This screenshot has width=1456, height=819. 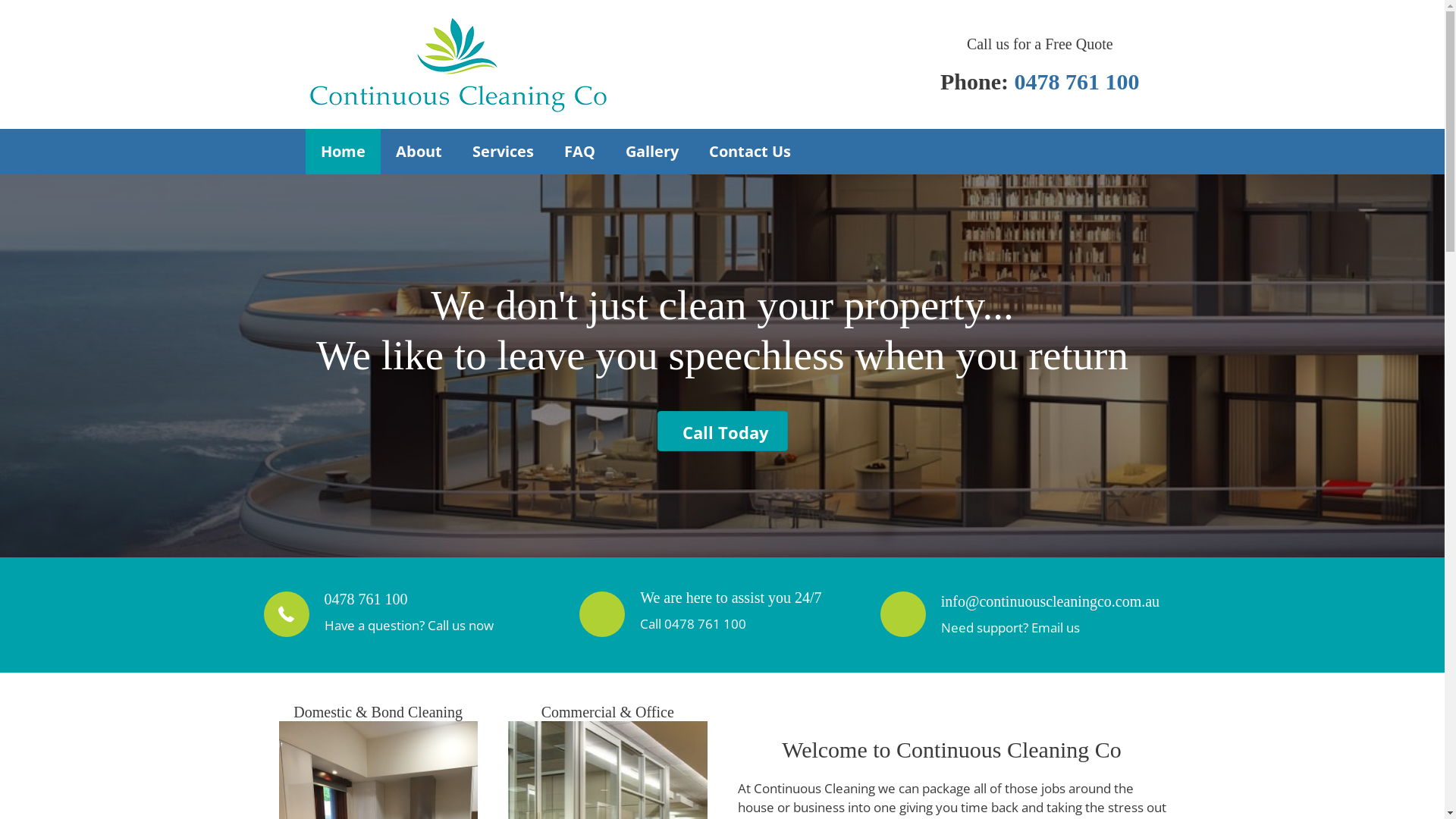 What do you see at coordinates (1076, 80) in the screenshot?
I see `'0478 761 100'` at bounding box center [1076, 80].